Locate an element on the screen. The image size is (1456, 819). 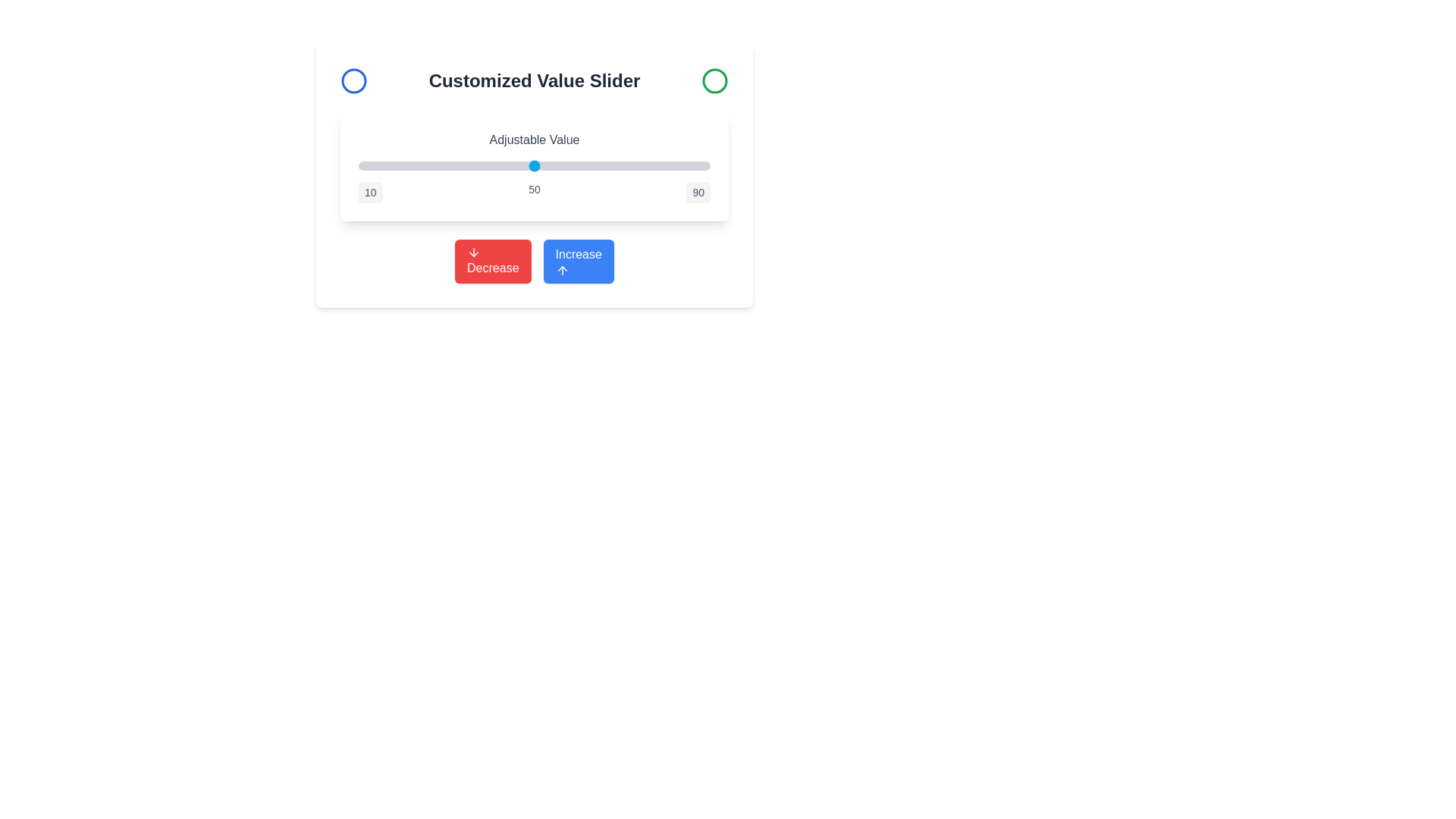
the slider's value is located at coordinates (526, 166).